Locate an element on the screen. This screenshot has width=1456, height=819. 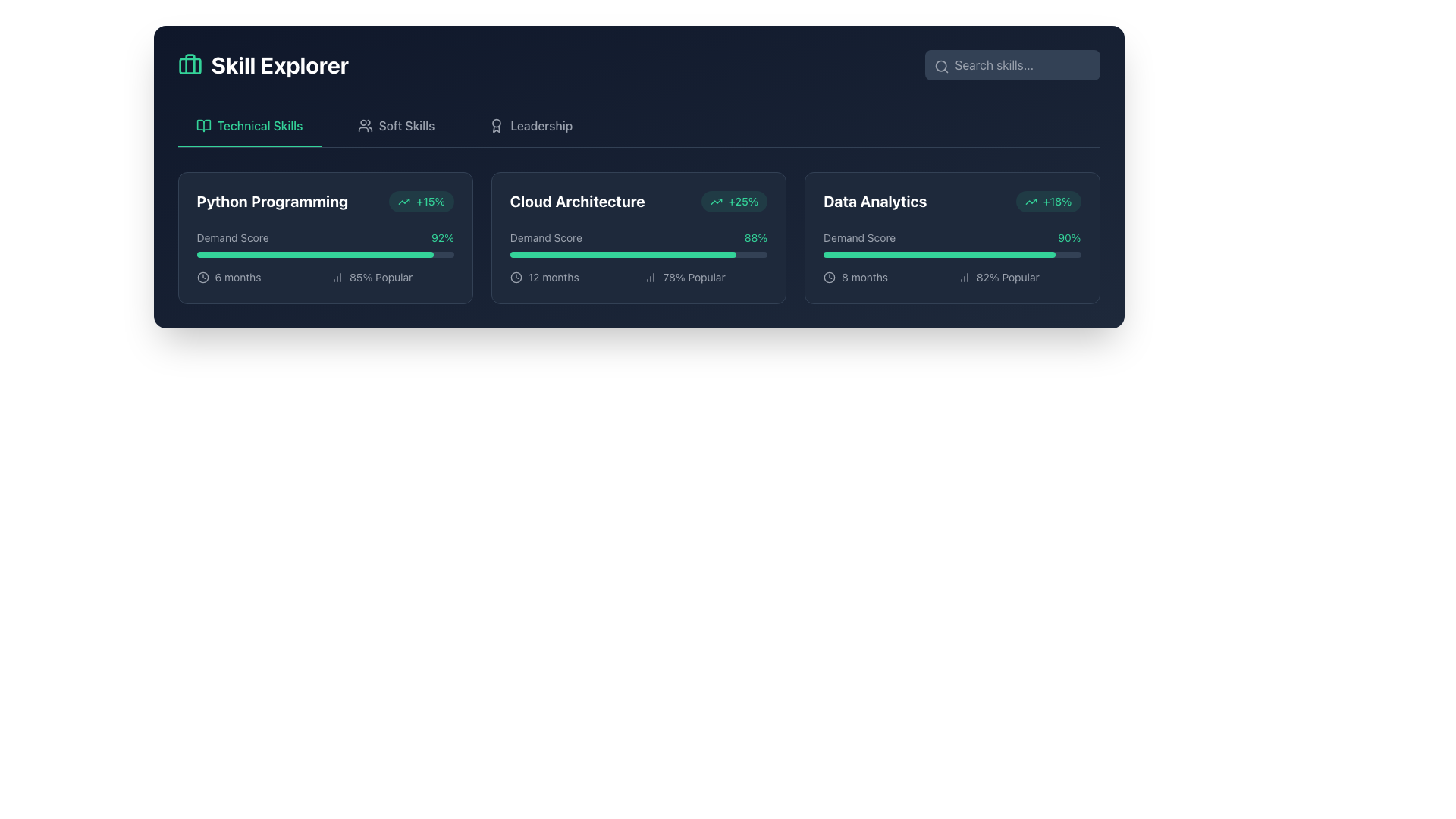
the horizontal progress bar within the 'Cloud Architecture' card under the 'Demand Score' label, which is styled with rounded ends and a smooth filling effect is located at coordinates (623, 253).